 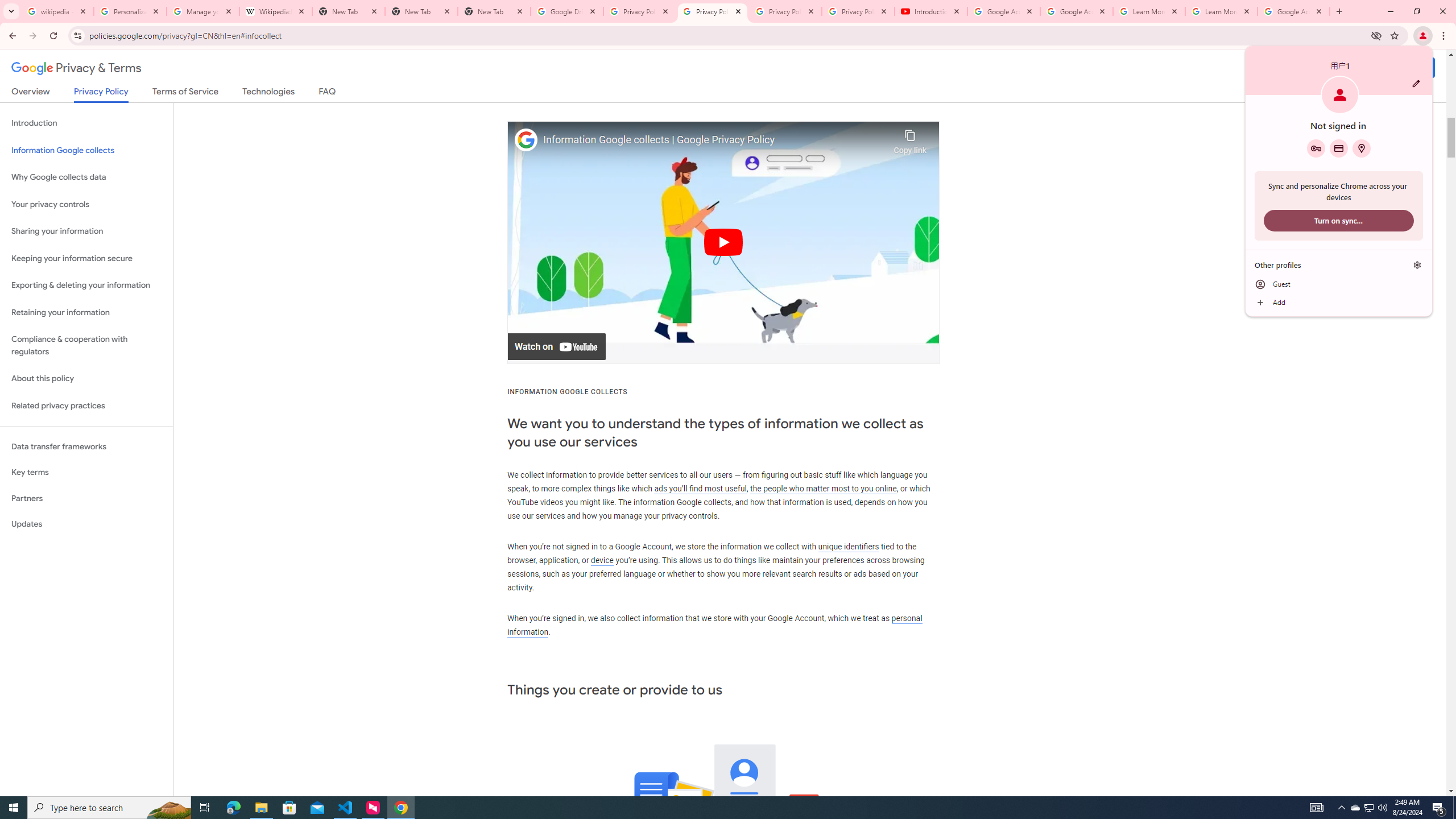 What do you see at coordinates (86, 312) in the screenshot?
I see `'Retaining your information'` at bounding box center [86, 312].